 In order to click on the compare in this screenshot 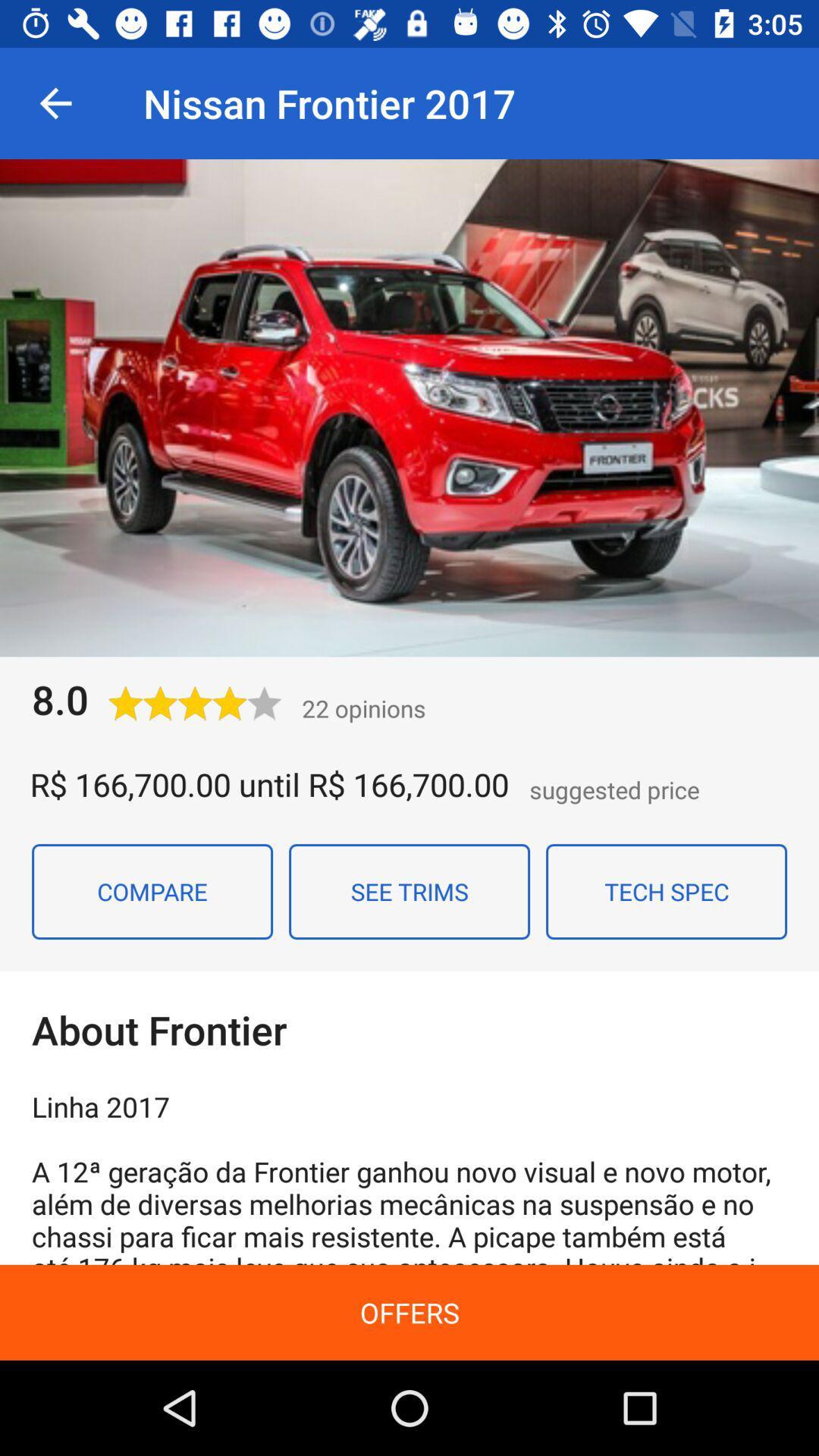, I will do `click(152, 892)`.